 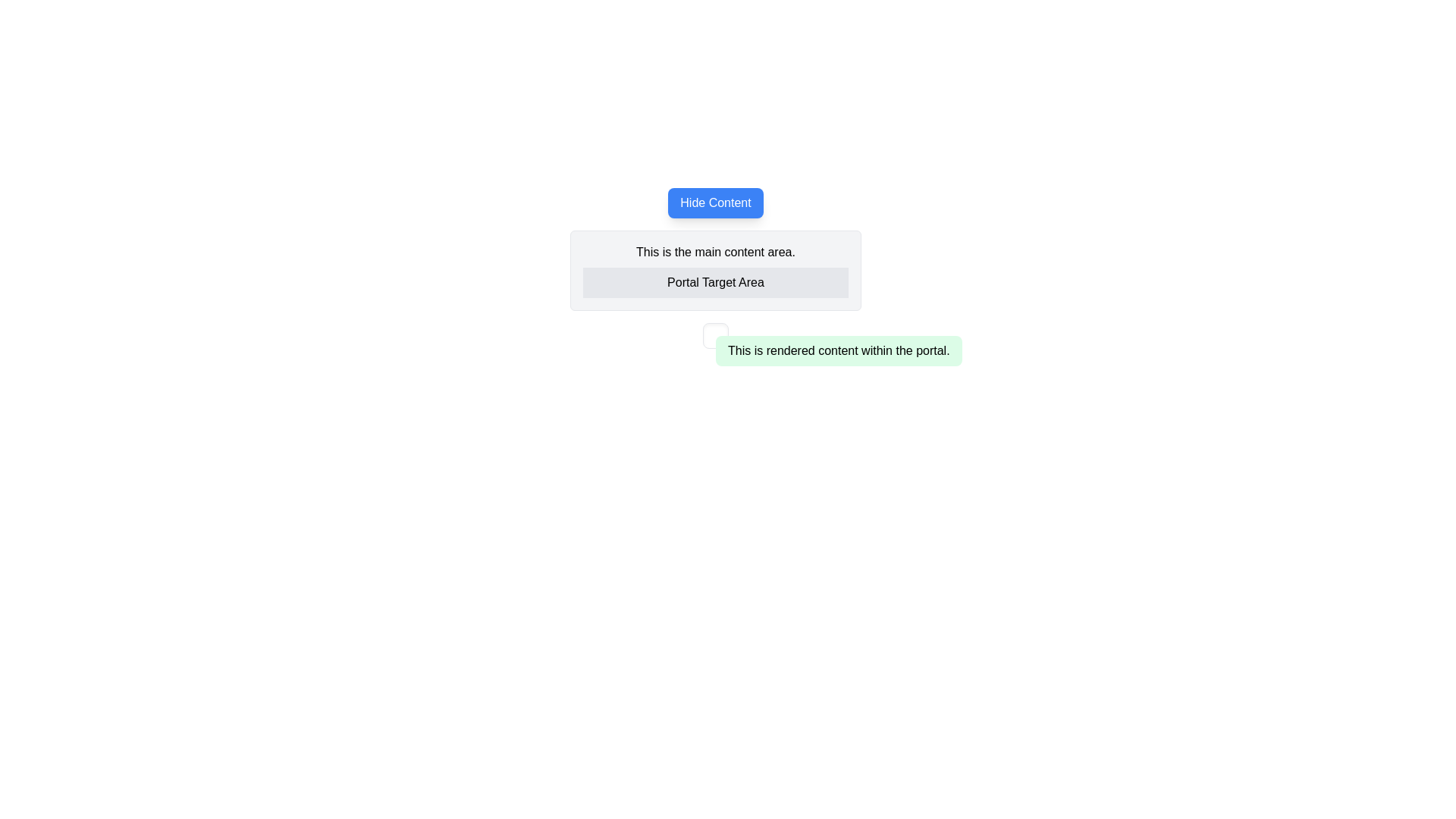 I want to click on text segment displaying 'This is the main content area.' which is centered in alignment and located above the 'Portal Target Area.', so click(x=715, y=251).